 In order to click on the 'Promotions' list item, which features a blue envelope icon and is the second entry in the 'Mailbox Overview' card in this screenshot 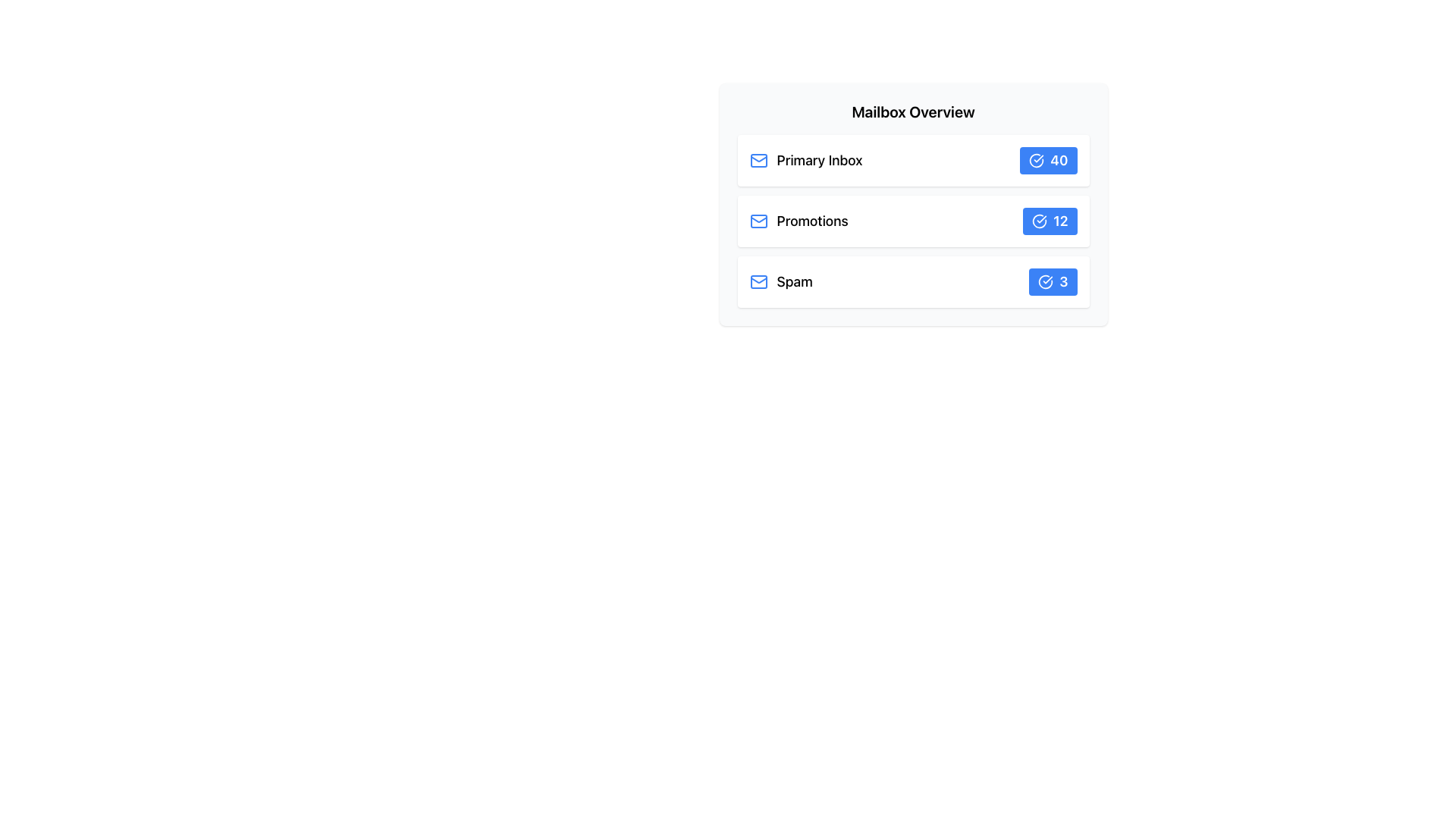, I will do `click(798, 221)`.